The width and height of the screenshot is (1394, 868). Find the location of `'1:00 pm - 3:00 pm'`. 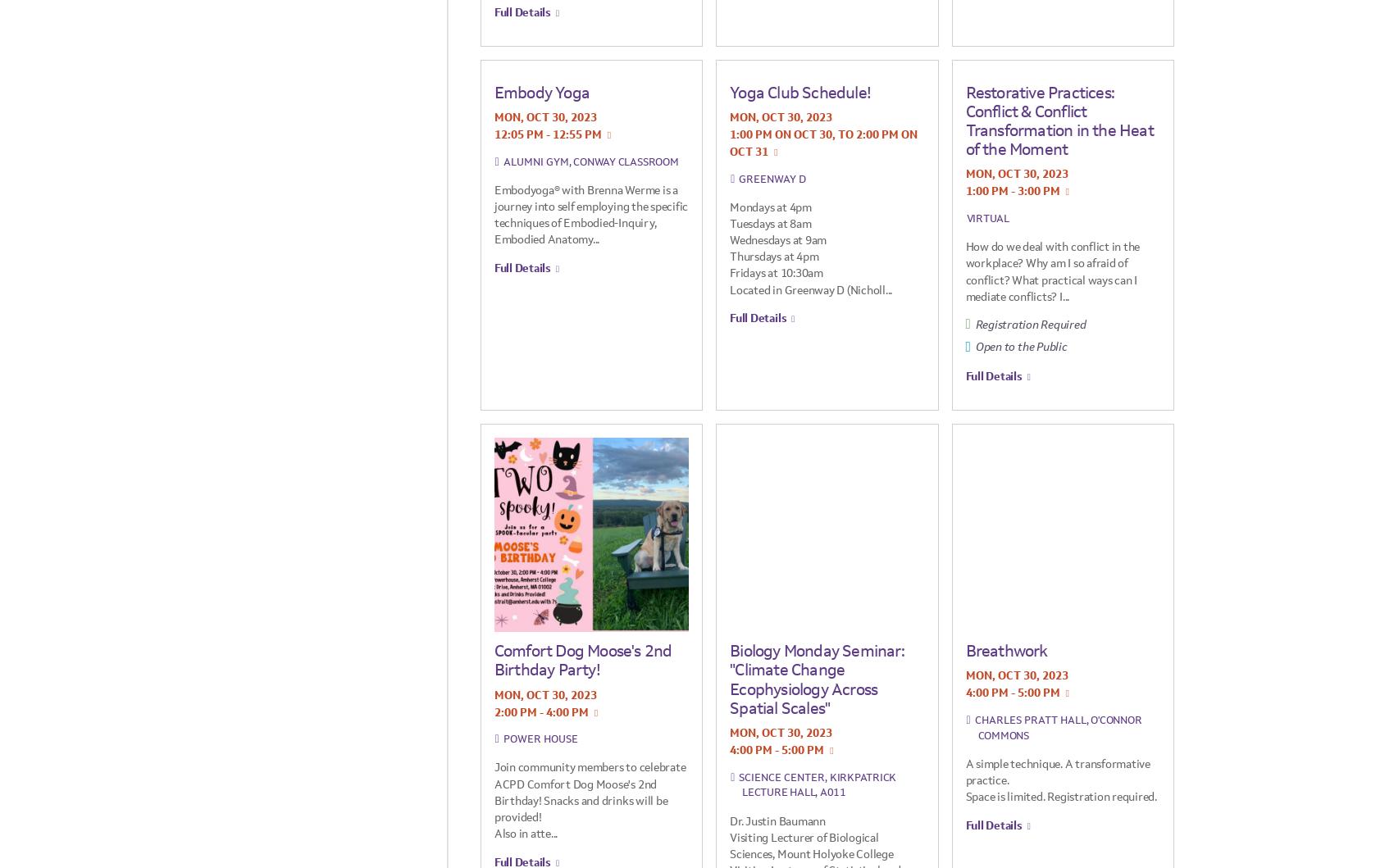

'1:00 pm - 3:00 pm' is located at coordinates (1011, 190).